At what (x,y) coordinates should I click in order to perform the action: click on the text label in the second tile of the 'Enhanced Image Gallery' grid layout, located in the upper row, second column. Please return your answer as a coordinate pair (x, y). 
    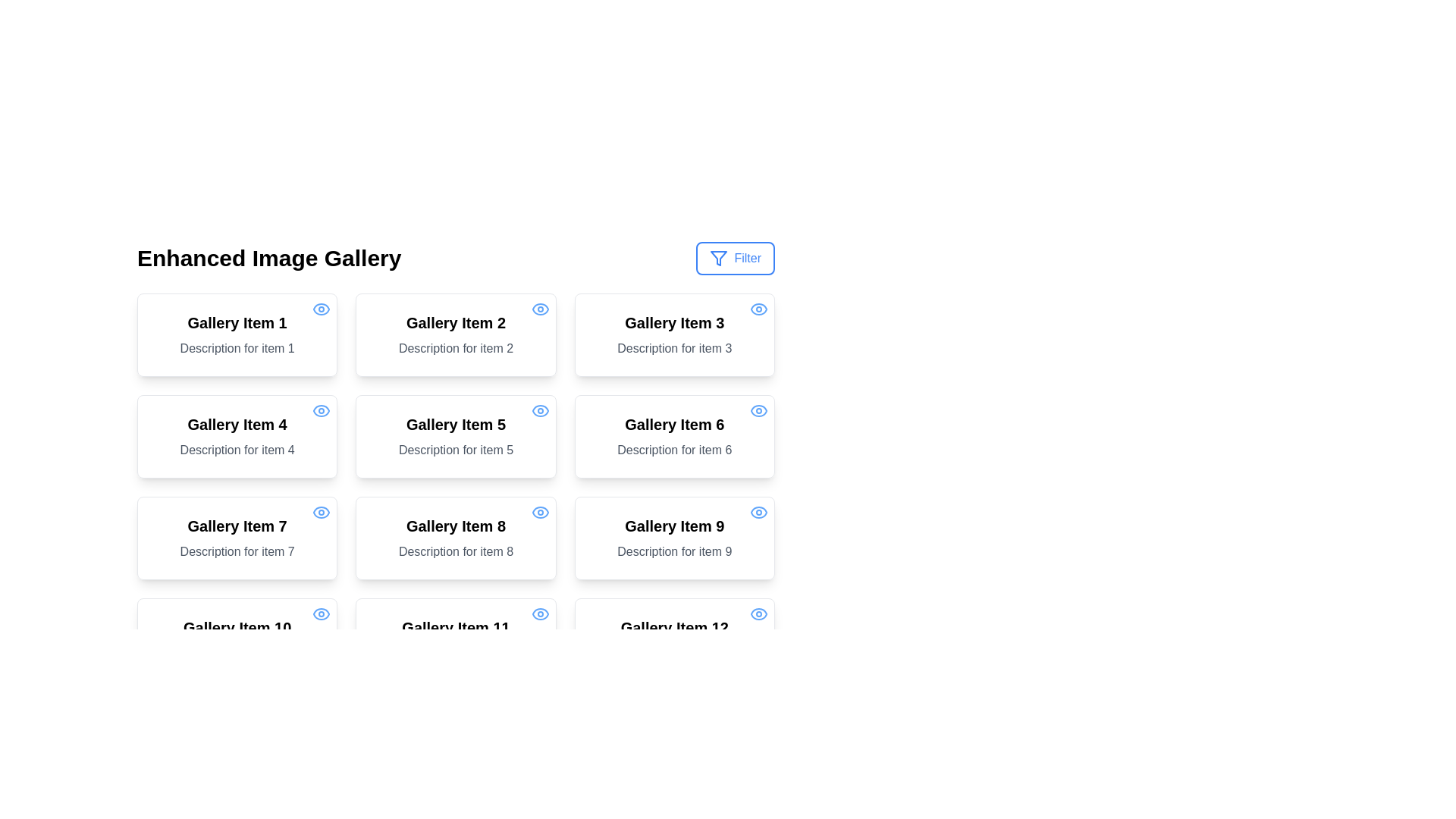
    Looking at the image, I should click on (455, 322).